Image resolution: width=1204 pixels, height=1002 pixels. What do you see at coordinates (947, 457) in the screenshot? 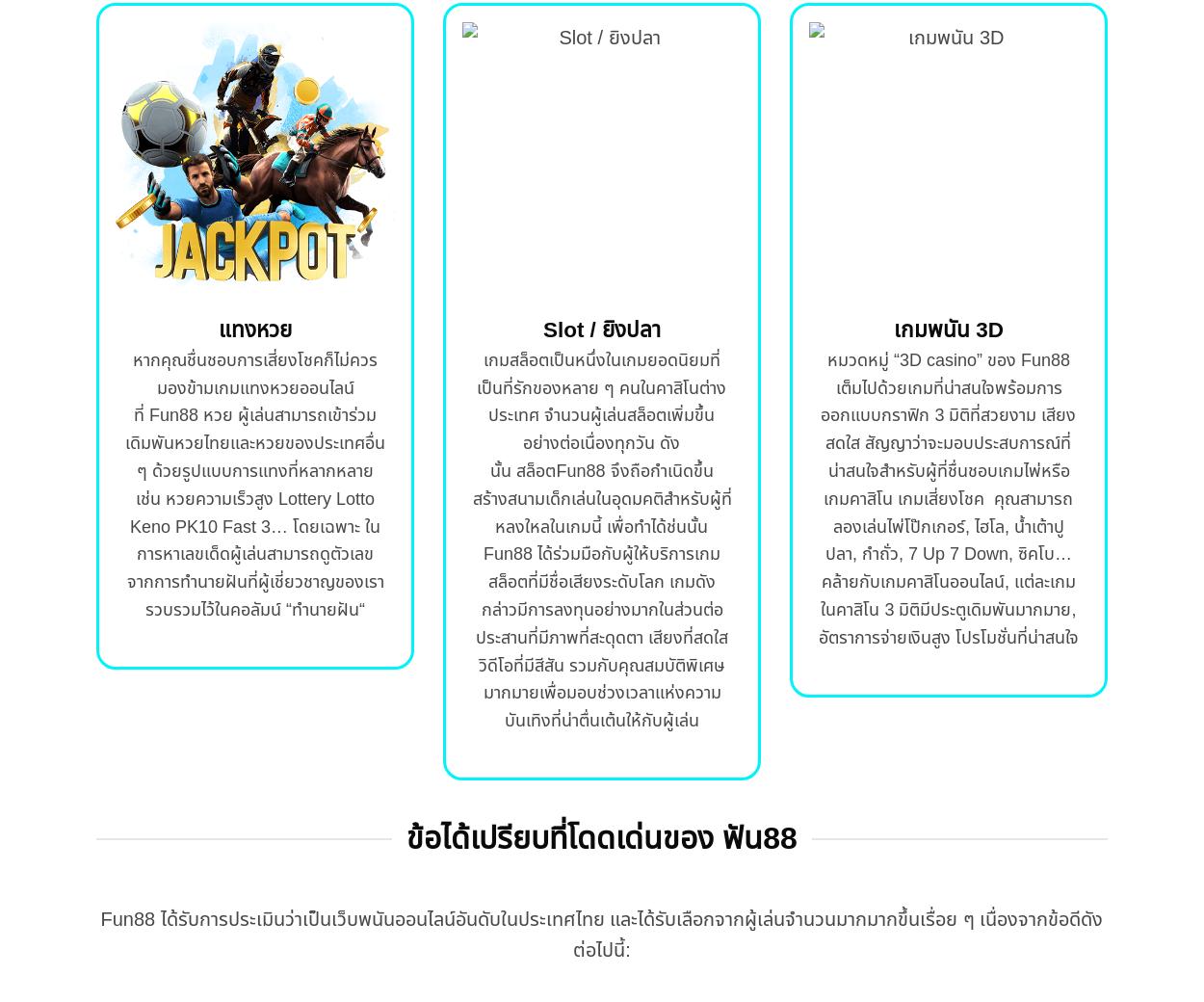
I see `'หมวดหมู่ “3D casino” ของ Fun88 เต็มไปด้วยเกมที่น่าสนใจพร้อมการออกแบบกราฟิก 3 มิติที่สวยงาม เสียงสดใส สัญญาว่าจะมอบประสบการณ์ที่น่าสนใจสำหรับผู้ที่ชื่นชอบเกมไพ่หรือเกมคาสิโน เกมเสี่ยงโชค  คุณสามารถลองเล่นไพ่โป๊กเกอร์, ไฮโล, น้ำเต้าปูปลา, กำถั่ว,'` at bounding box center [947, 457].